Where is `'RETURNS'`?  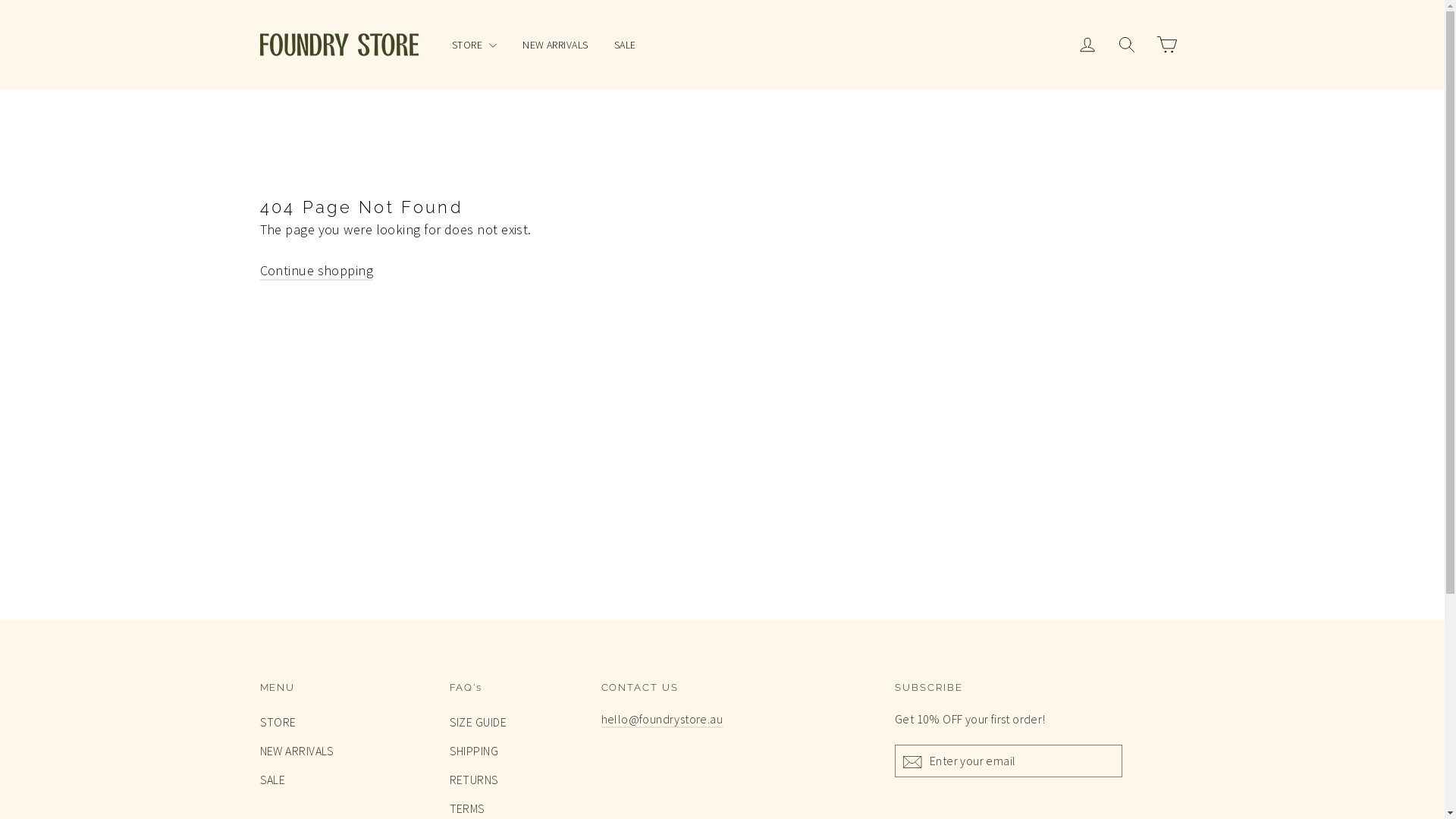 'RETURNS' is located at coordinates (513, 780).